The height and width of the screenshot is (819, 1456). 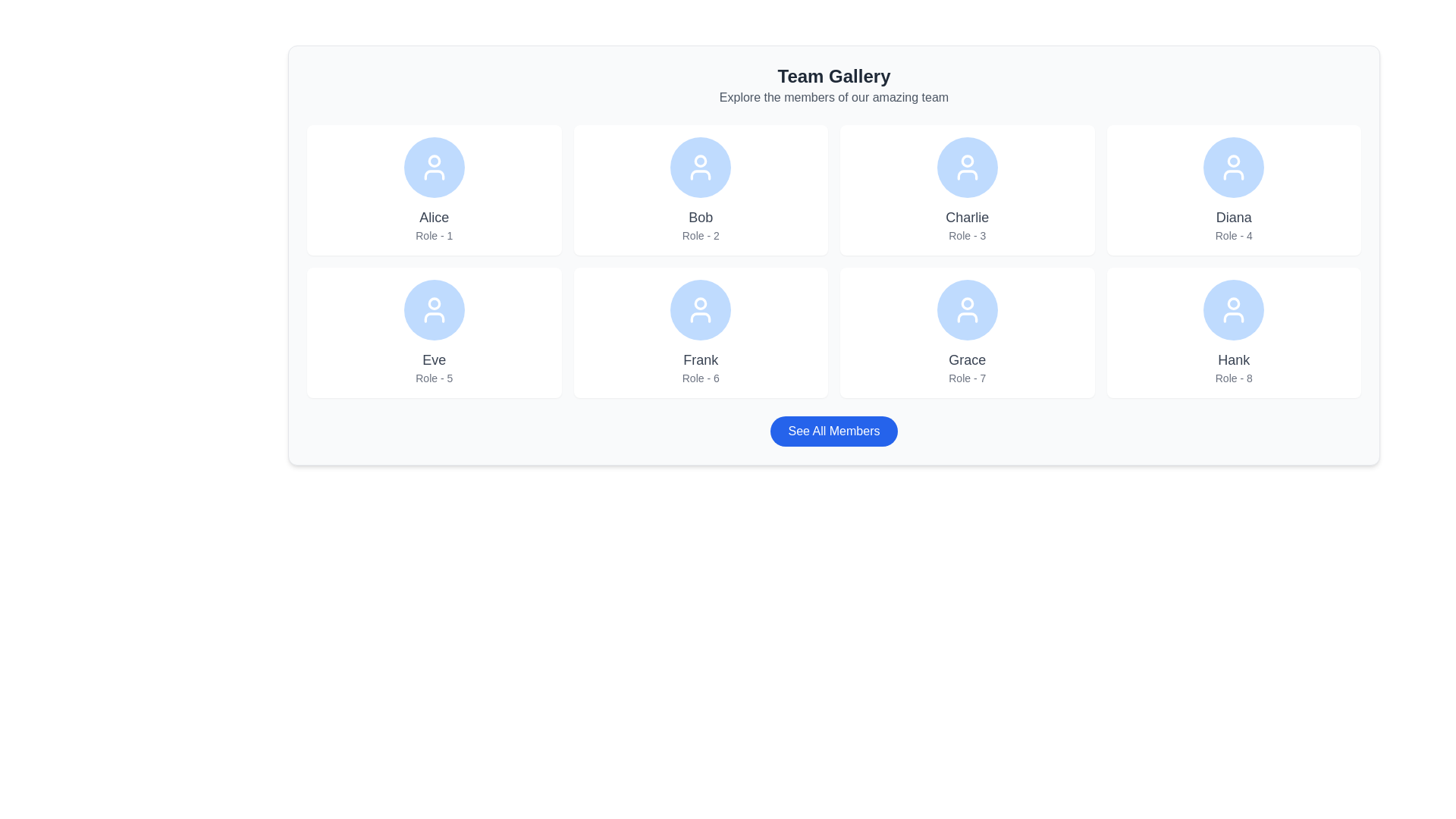 I want to click on the circular user icon with a light blue background, located in the top-left card labeled 'Alice Role - 1' in the 'Team Gallery' section, so click(x=433, y=161).